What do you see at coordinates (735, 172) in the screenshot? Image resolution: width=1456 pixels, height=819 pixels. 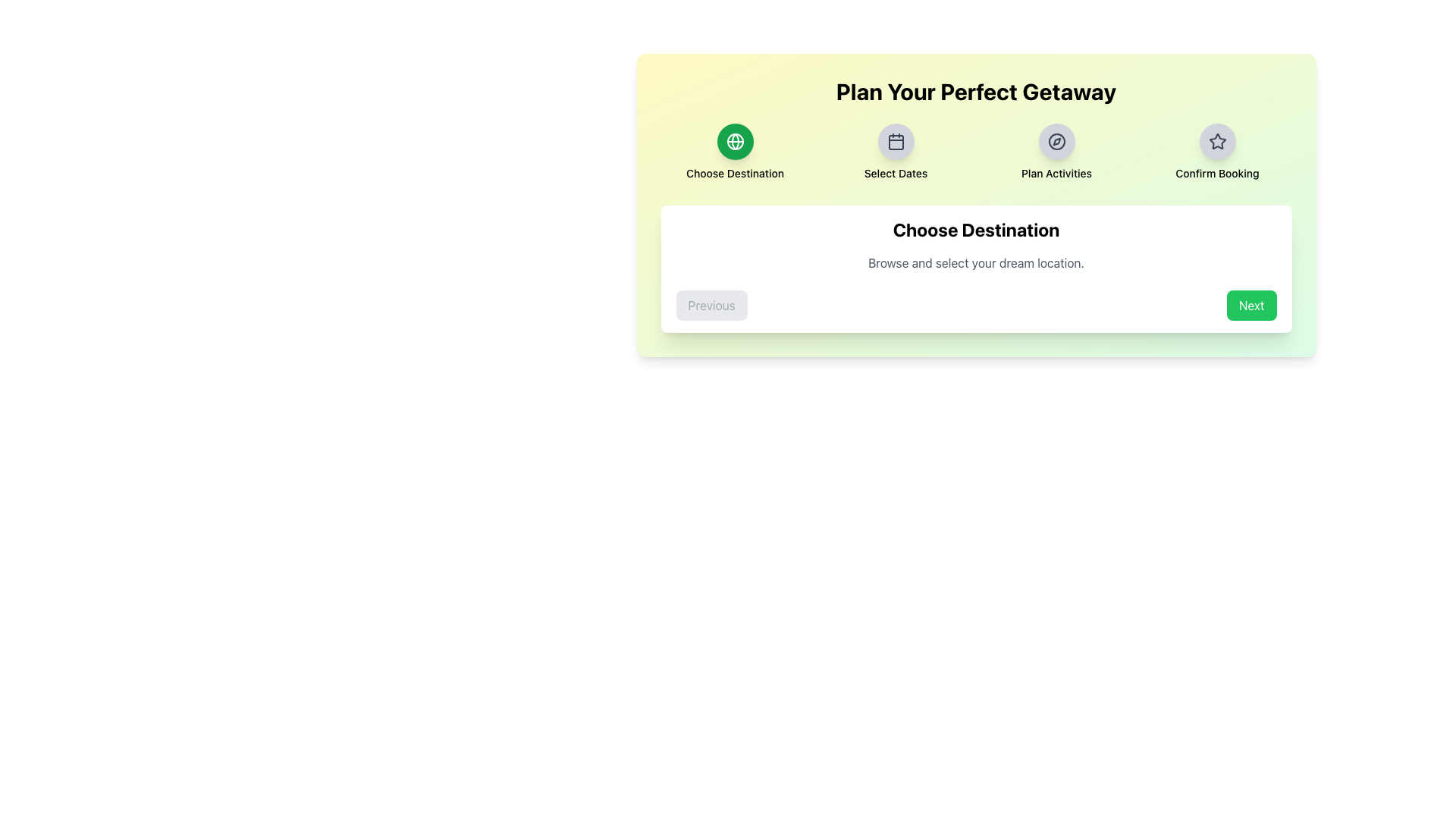 I see `the informational Text Label that guides users to select a destination, located below the green circular globe icon` at bounding box center [735, 172].